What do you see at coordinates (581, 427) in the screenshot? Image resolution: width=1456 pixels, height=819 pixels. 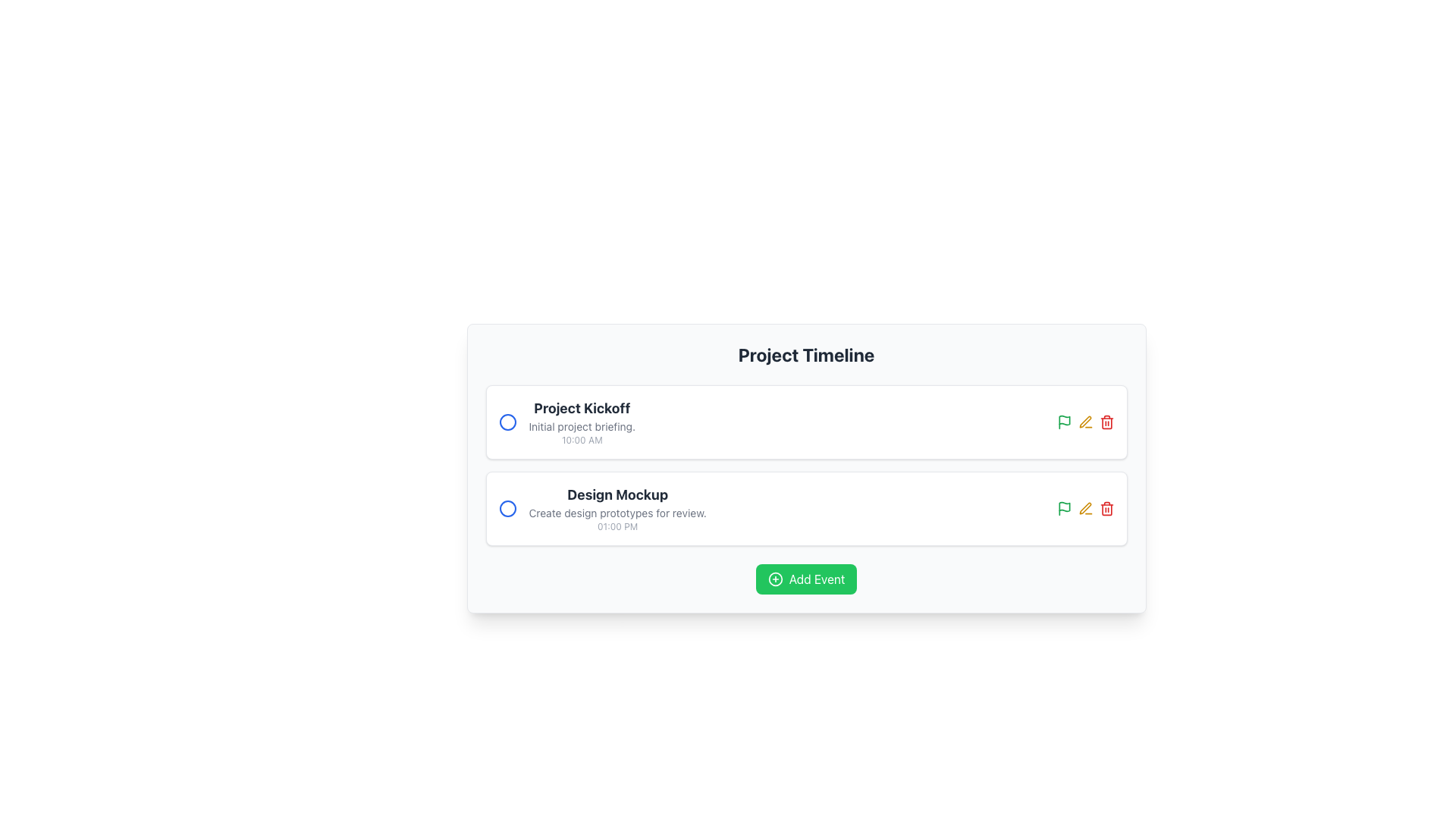 I see `the static text element displaying 'Initial project briefing' located in the 'Project Kickoff' section of the 'Project Timeline'` at bounding box center [581, 427].